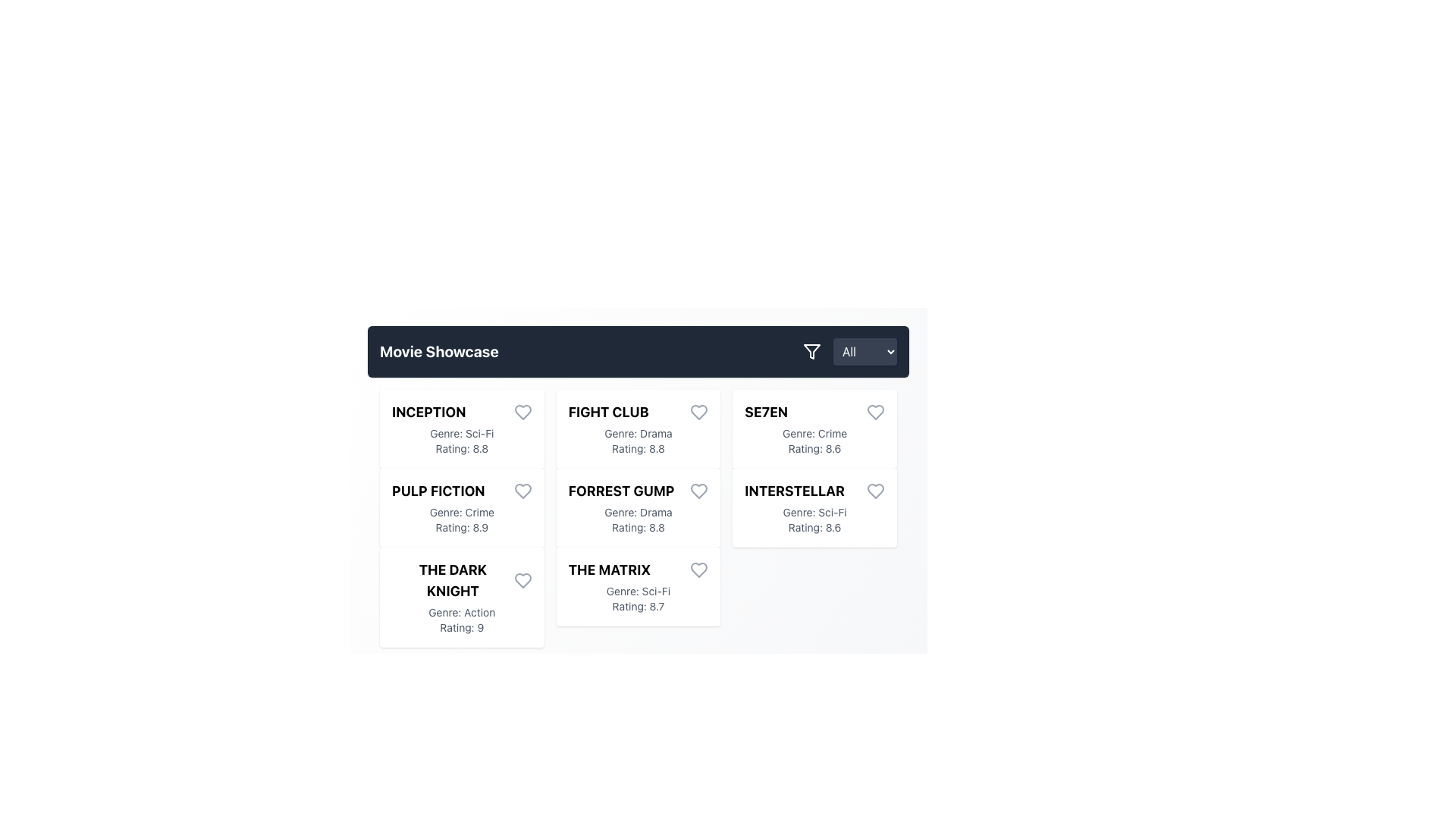  I want to click on the text label displaying the genre 'Sci-Fi' located under the title 'INTERSTELLAR' and above the rating value '8.6', so click(832, 512).